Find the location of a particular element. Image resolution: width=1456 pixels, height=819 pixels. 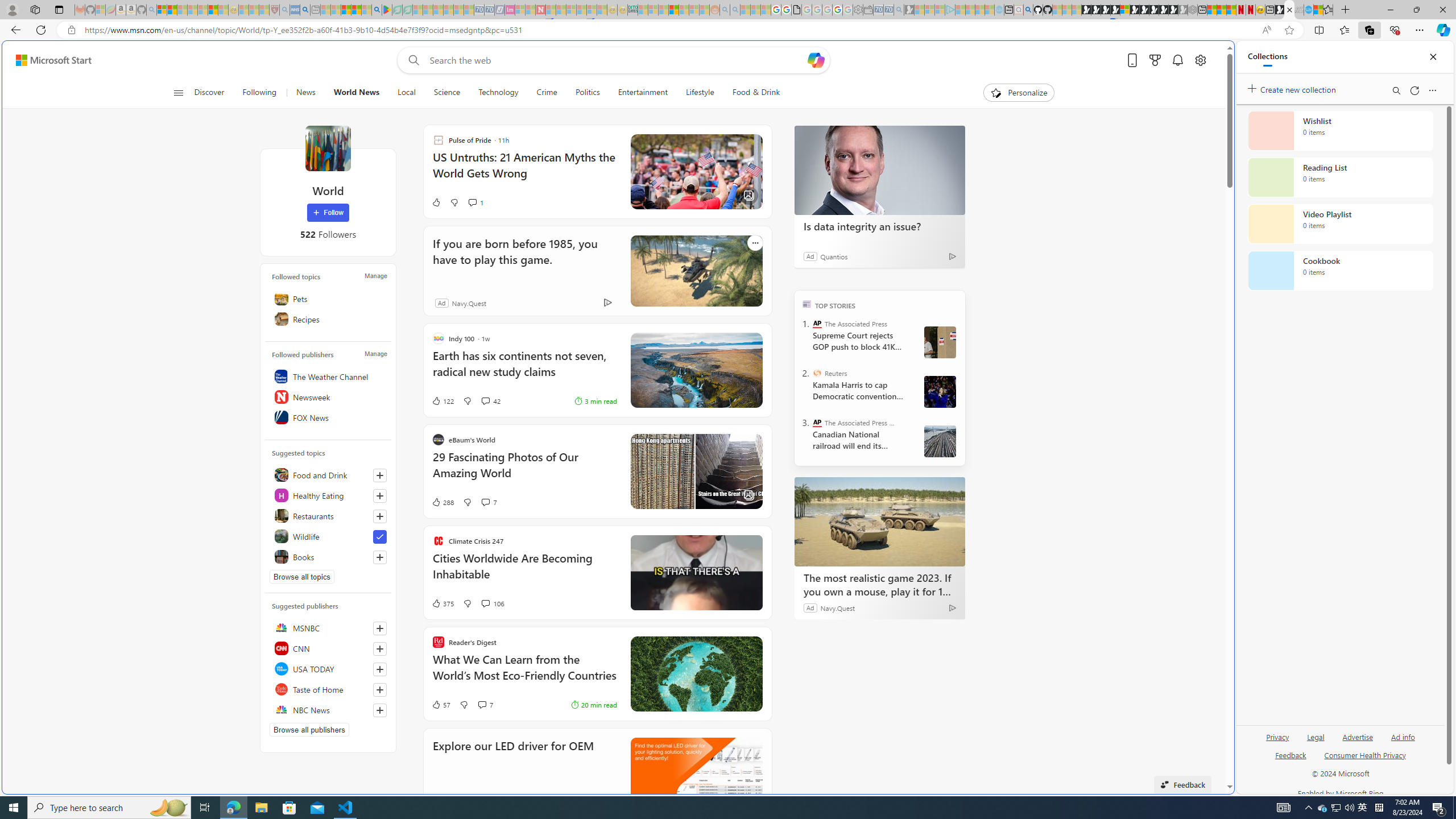

'288 Like' is located at coordinates (442, 502).